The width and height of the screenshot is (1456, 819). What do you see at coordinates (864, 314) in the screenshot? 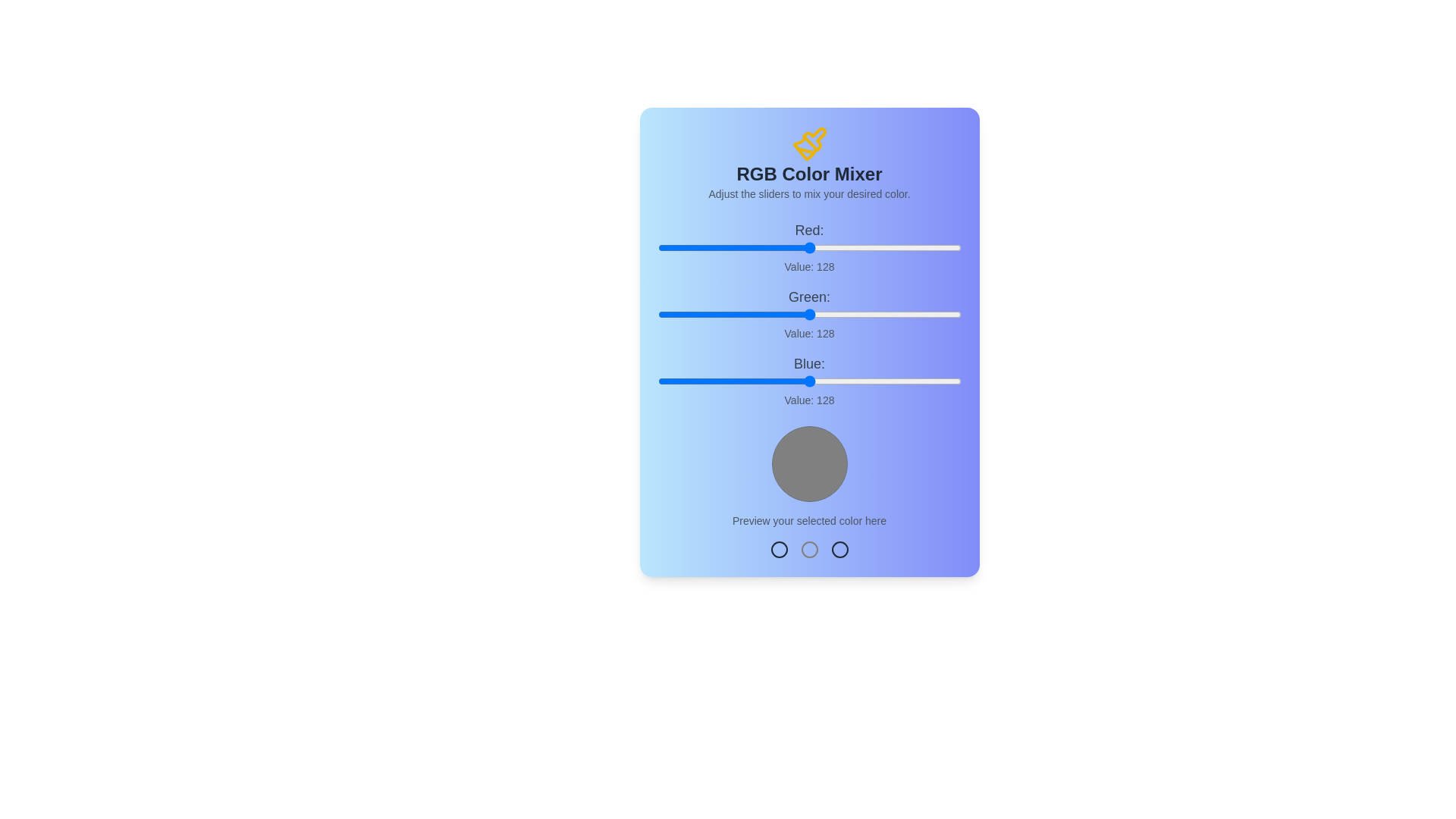
I see `the green slider to set the green value to 174` at bounding box center [864, 314].